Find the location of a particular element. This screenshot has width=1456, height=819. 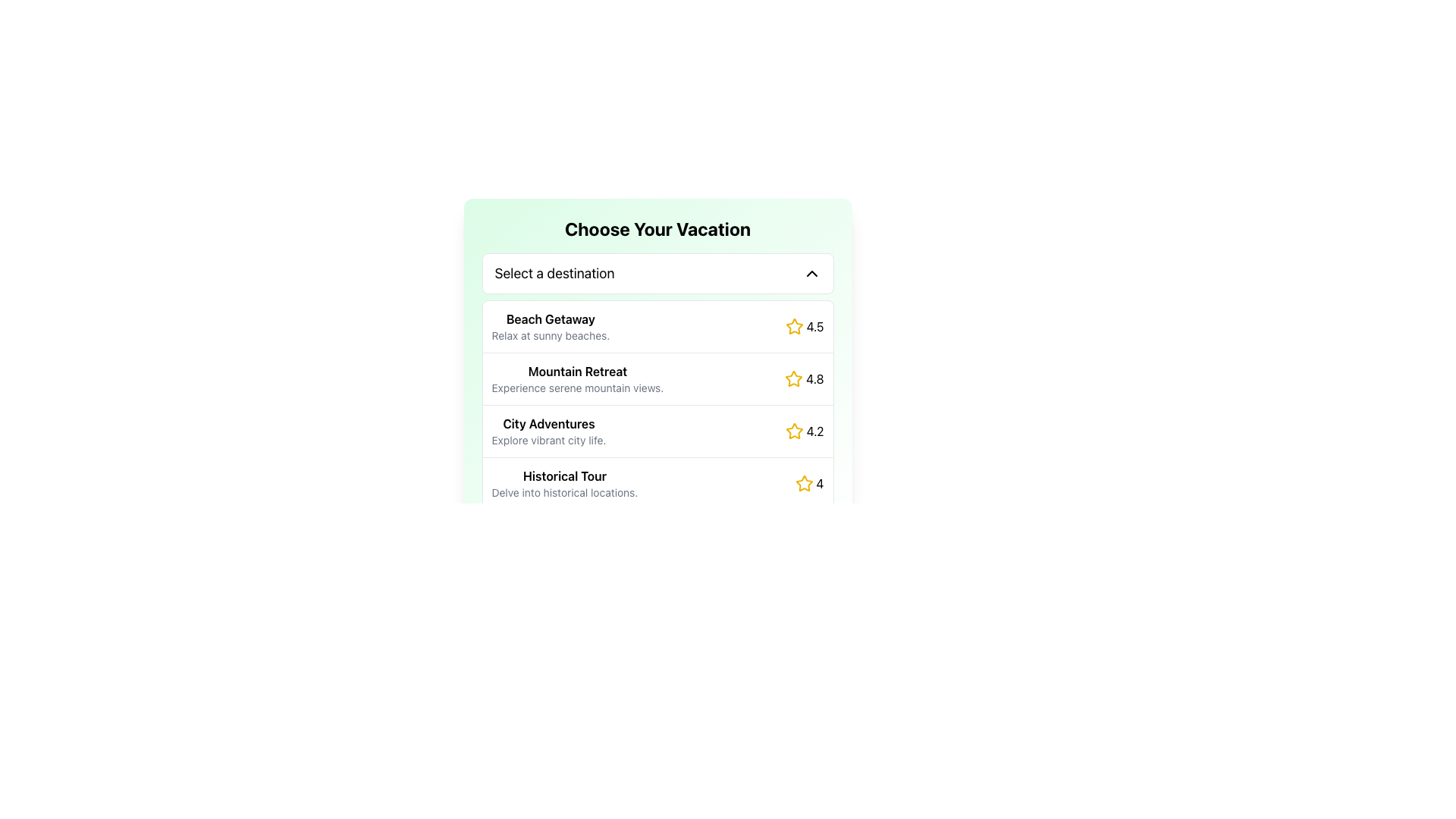

the text label displaying 'Mountain Retreat', which is bold and larger than the accompanying text, located in the second position of the vacation destinations list is located at coordinates (576, 371).